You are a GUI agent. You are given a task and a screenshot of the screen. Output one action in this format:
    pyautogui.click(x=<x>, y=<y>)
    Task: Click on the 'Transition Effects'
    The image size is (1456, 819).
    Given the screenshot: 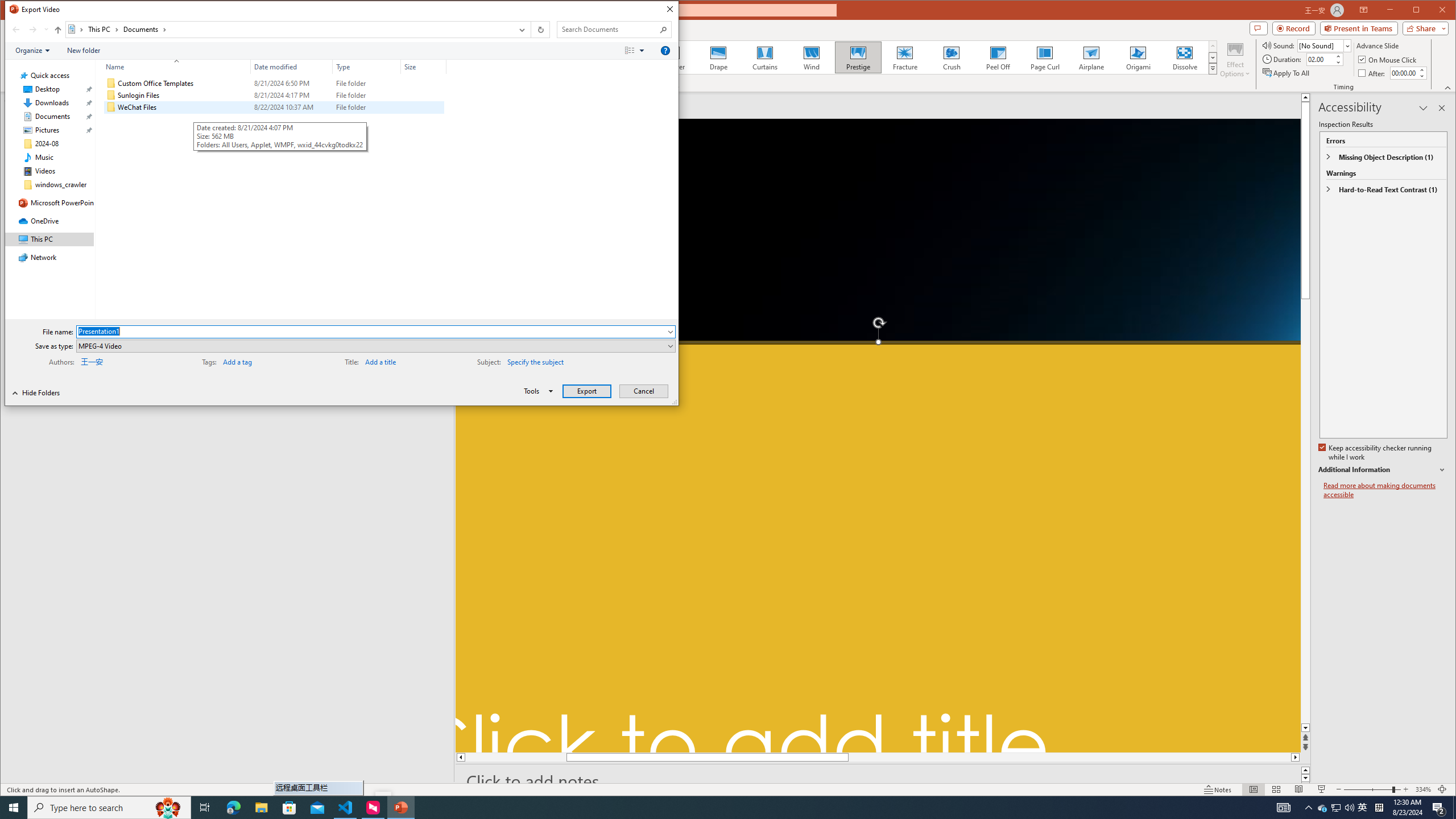 What is the action you would take?
    pyautogui.click(x=1212, y=68)
    